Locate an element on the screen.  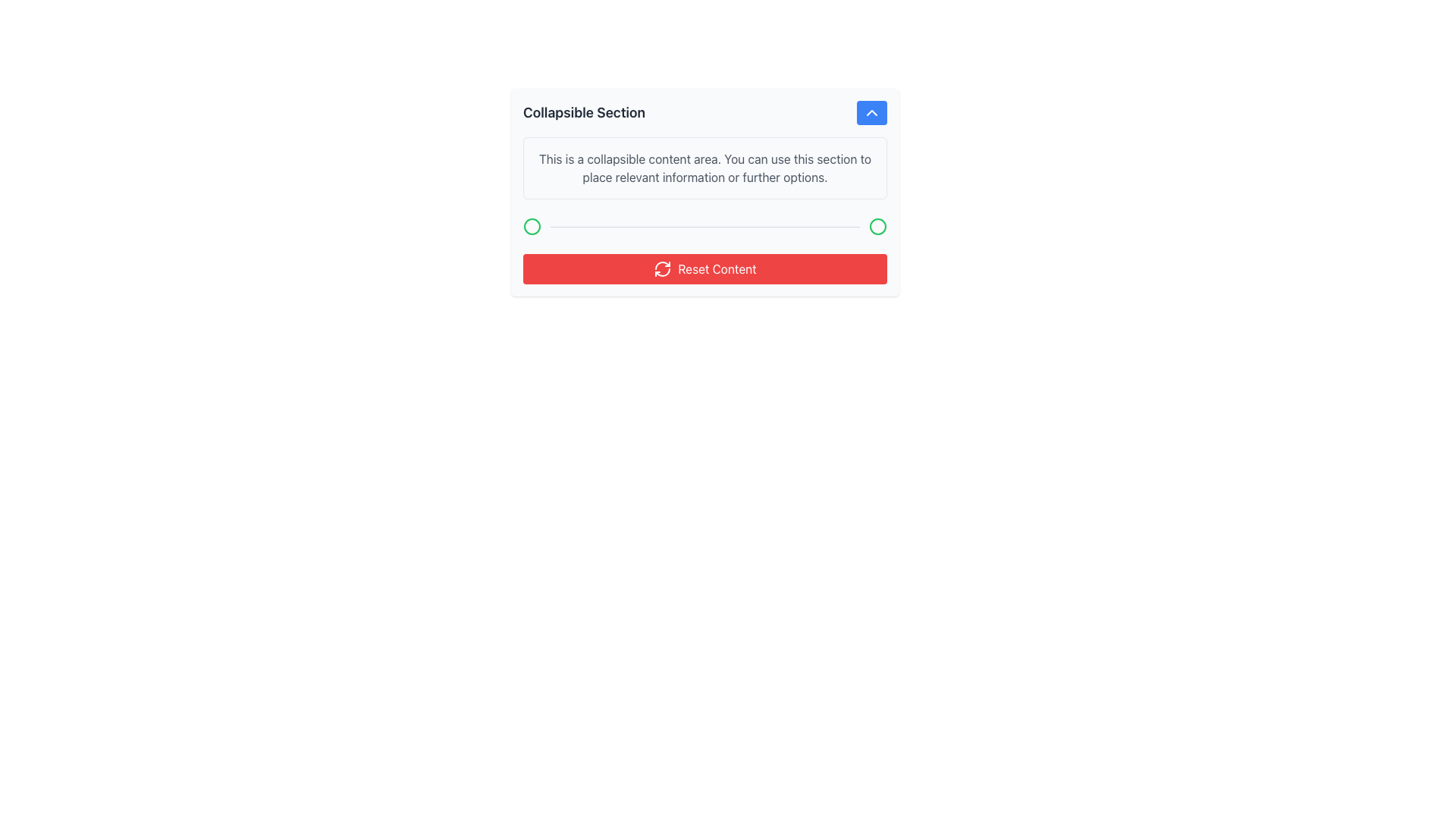
the collapsible Text Block located below the 'Collapsible Section' heading and above the horizontal divider with green indicators and the 'Reset Content' button is located at coordinates (704, 168).